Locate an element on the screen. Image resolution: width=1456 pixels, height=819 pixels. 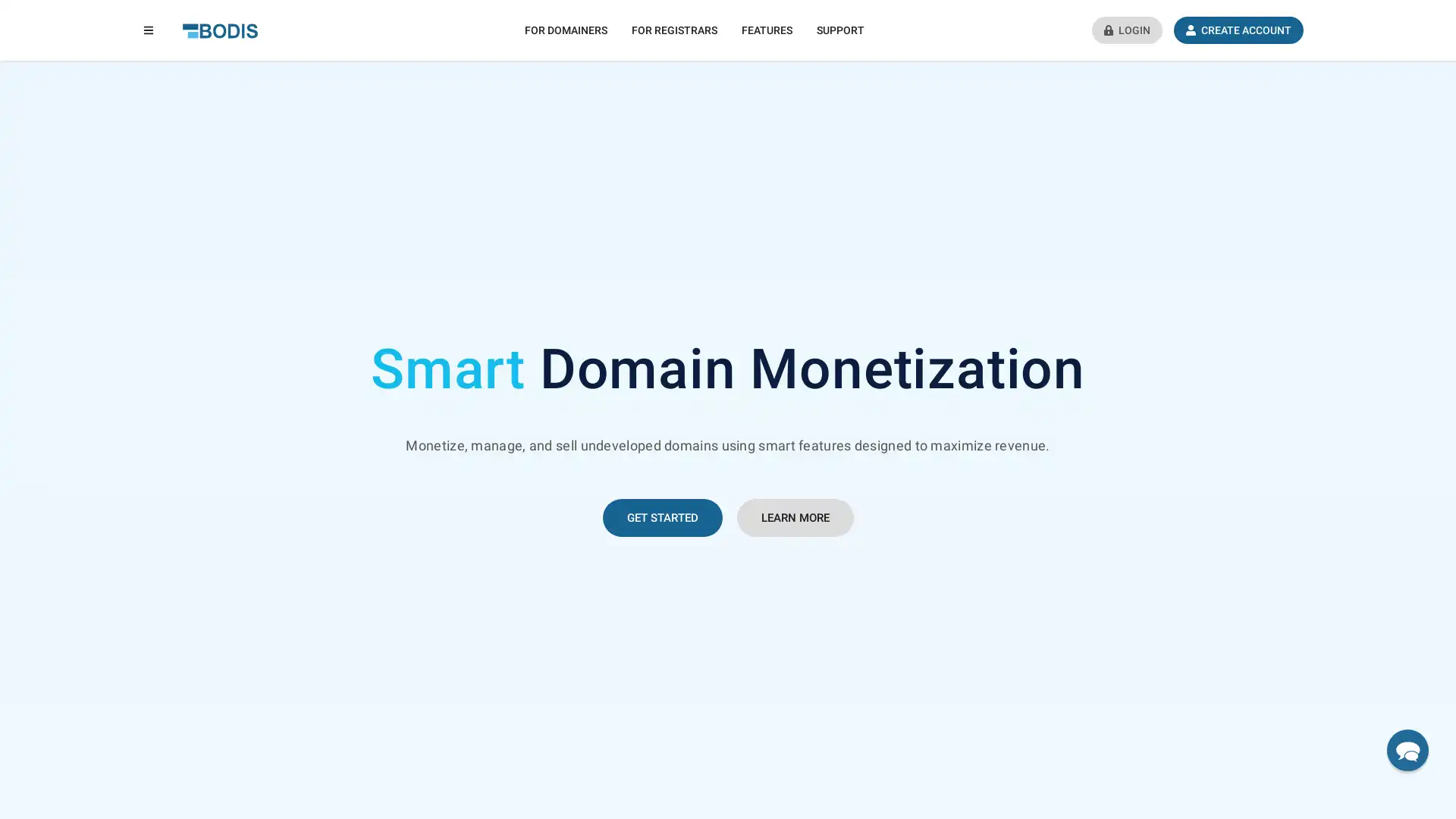
LEARN MORE is located at coordinates (793, 516).